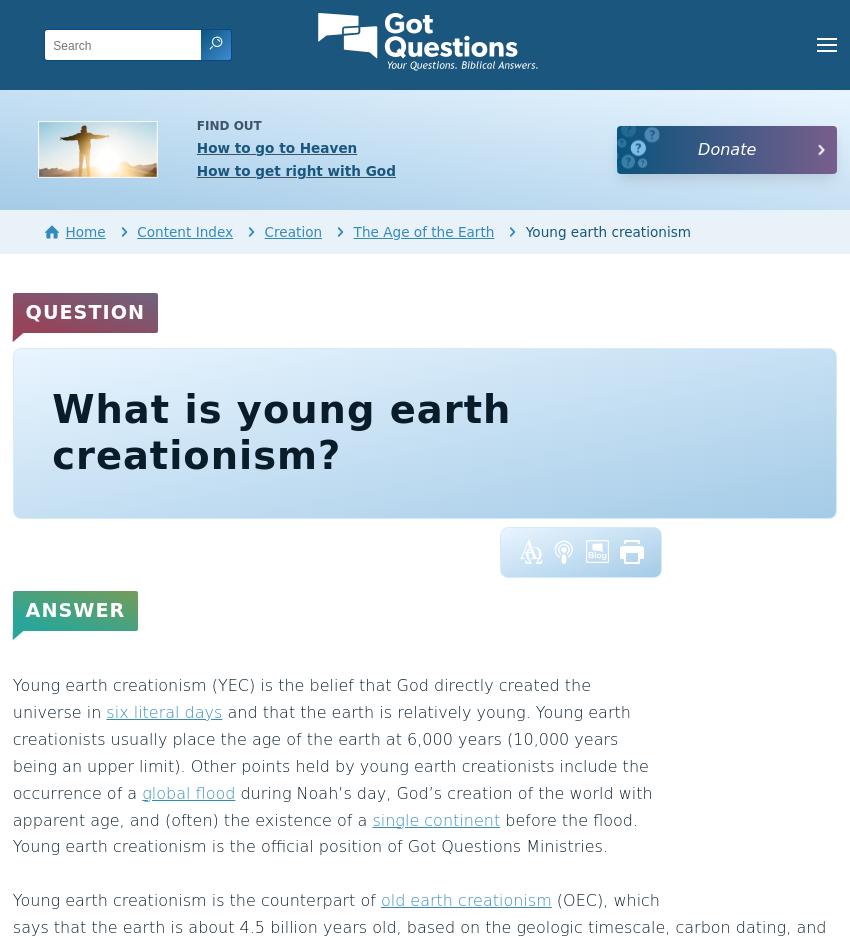 The height and width of the screenshot is (938, 850). I want to click on 'global flood', so click(187, 791).